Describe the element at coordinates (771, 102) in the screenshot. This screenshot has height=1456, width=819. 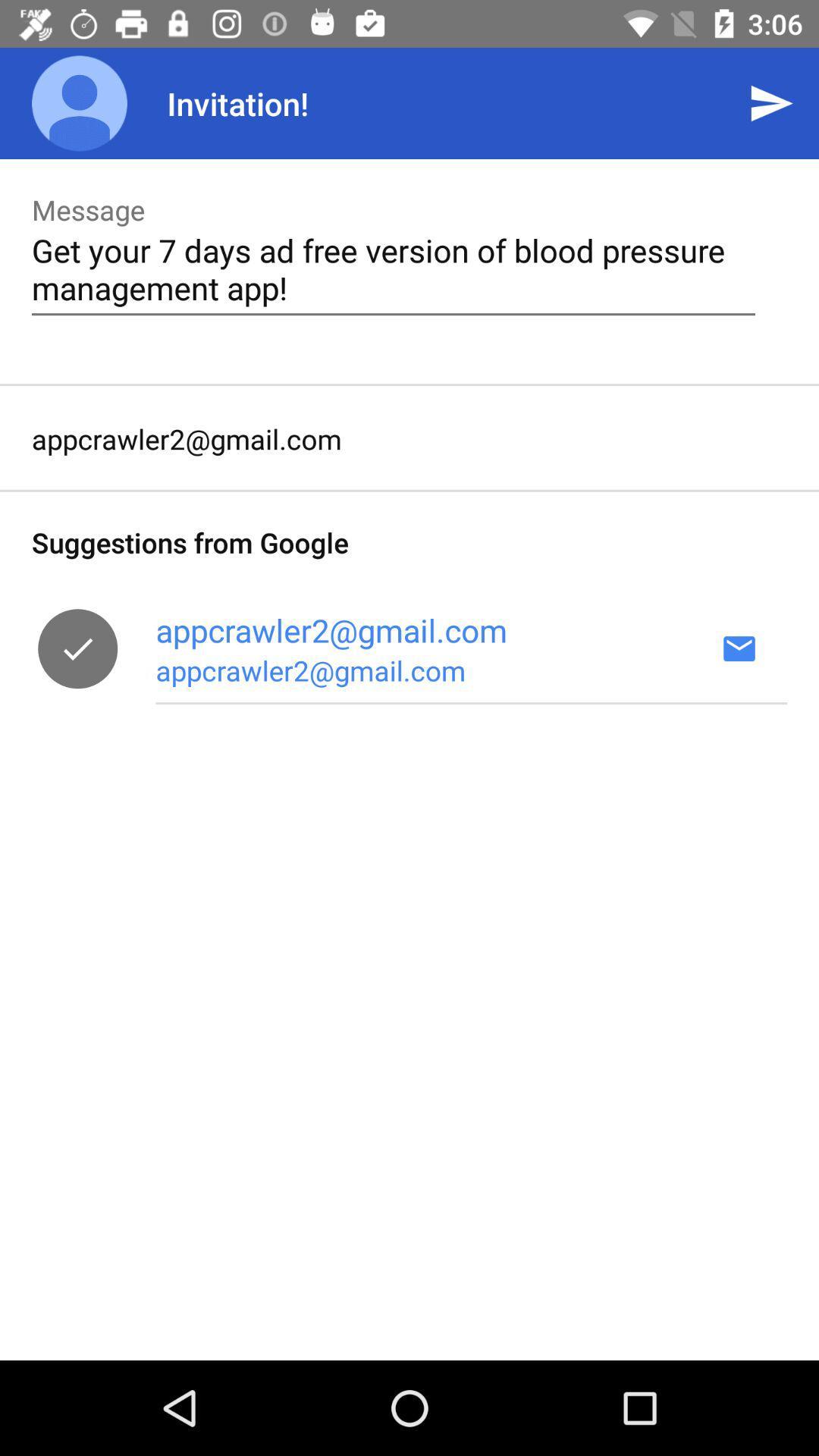
I see `item next to invitation! icon` at that location.